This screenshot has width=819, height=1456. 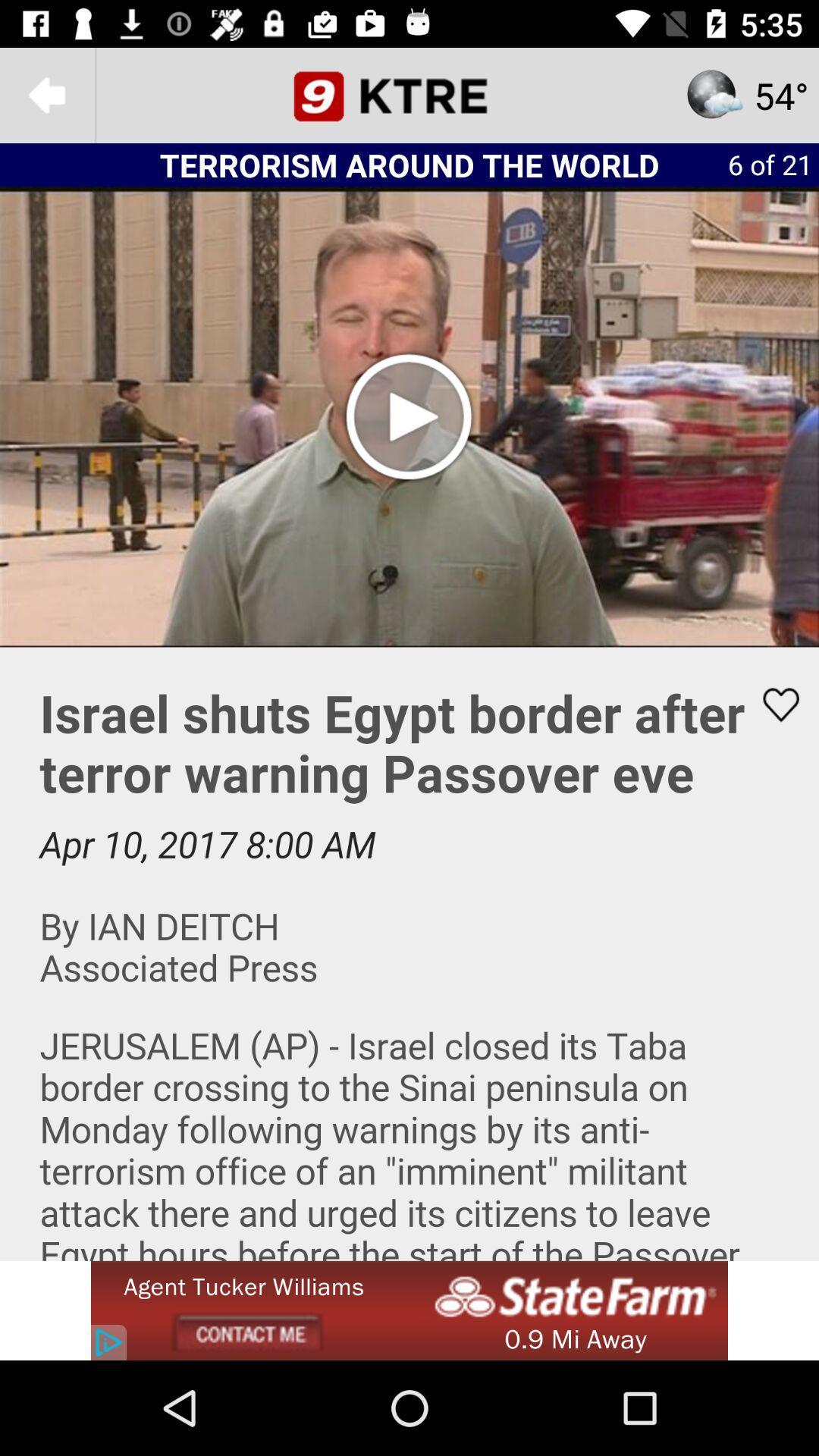 What do you see at coordinates (771, 704) in the screenshot?
I see `the favorite icon` at bounding box center [771, 704].